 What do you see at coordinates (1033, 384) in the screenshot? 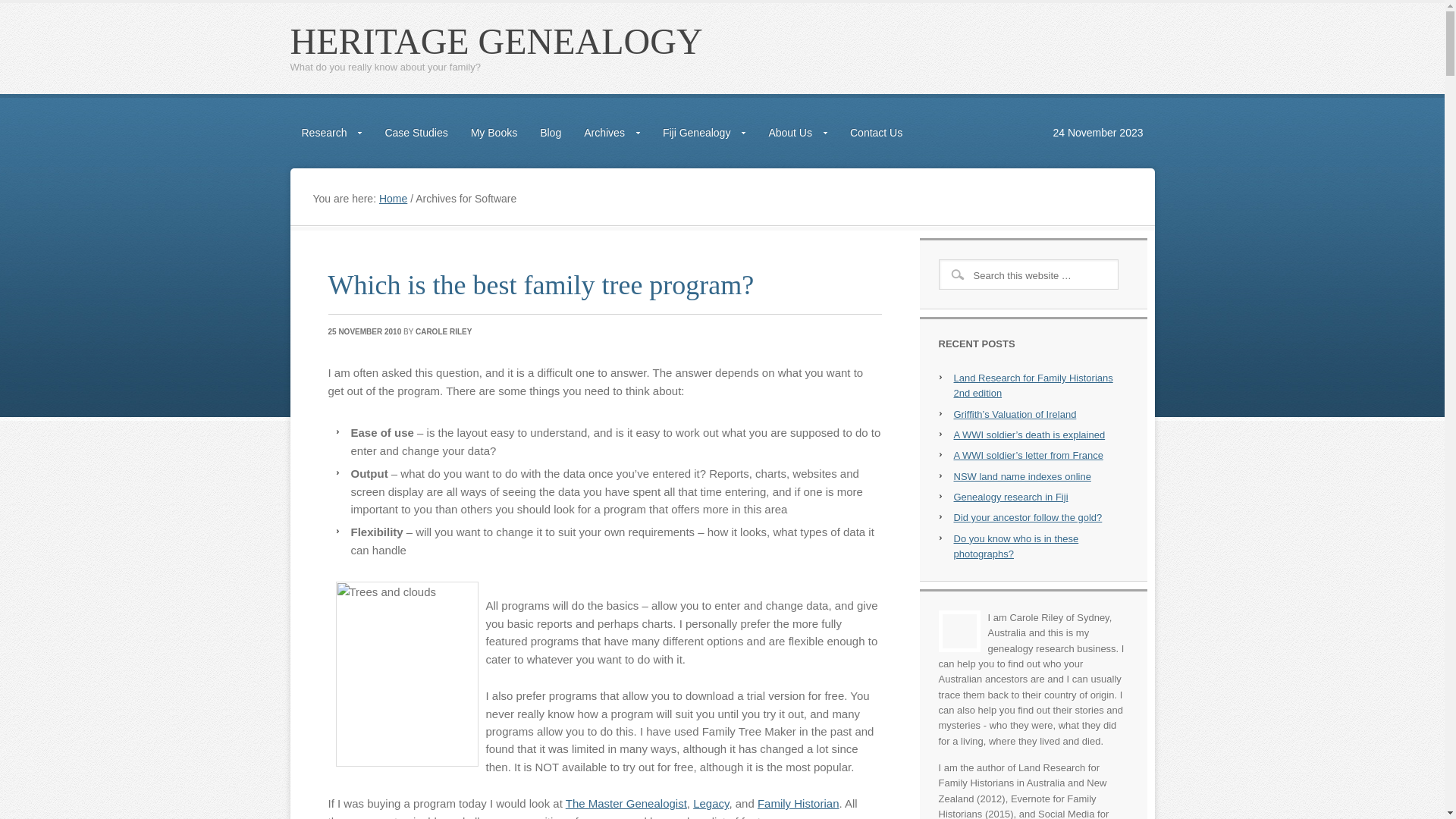
I see `'Land Research for Family Historians 2nd edition'` at bounding box center [1033, 384].